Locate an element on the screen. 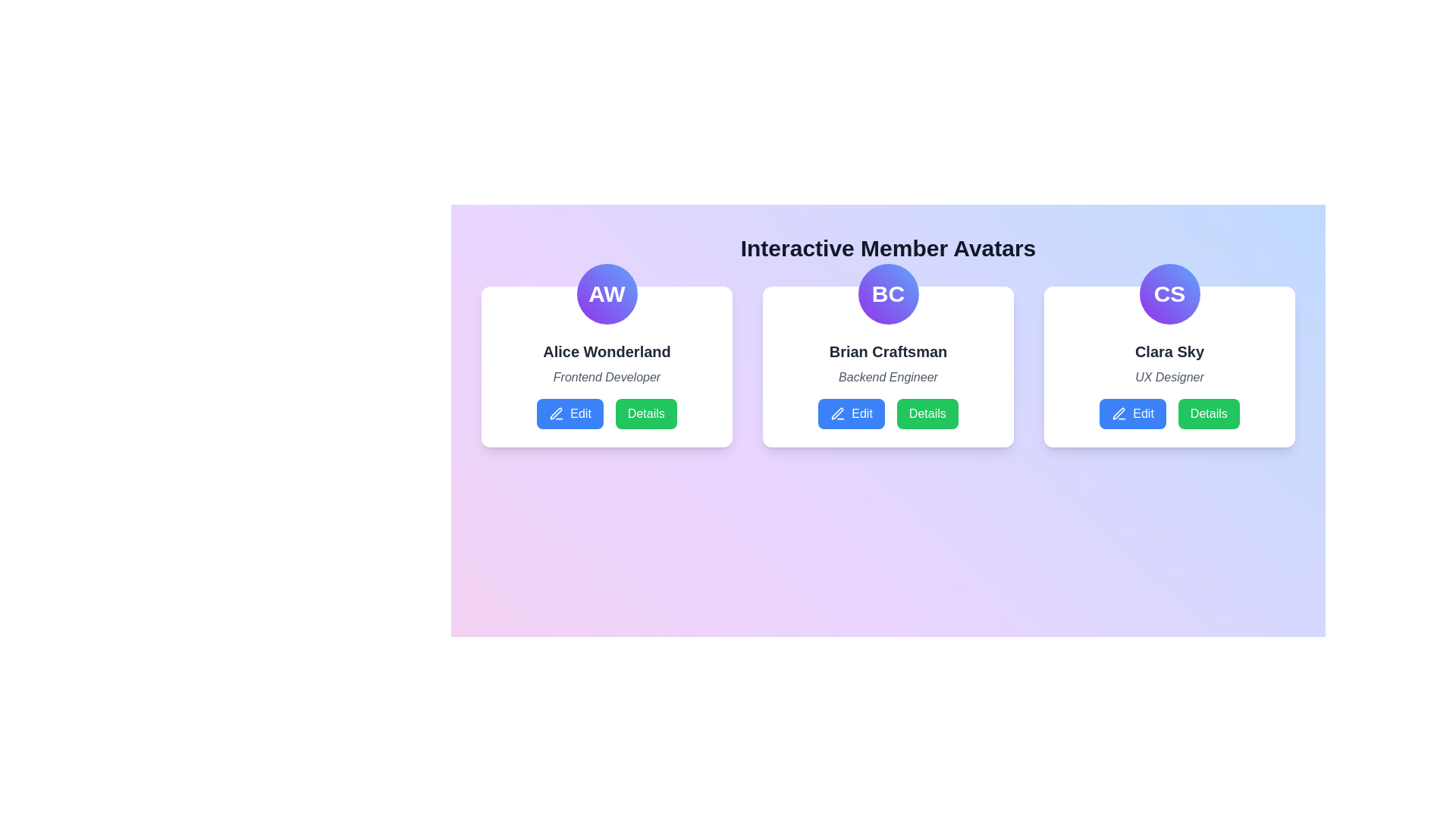 This screenshot has width=1456, height=819. the bold text label 'Alice Wonderland' located within the content card, positioned directly above the job title 'Frontend Developer' is located at coordinates (607, 351).